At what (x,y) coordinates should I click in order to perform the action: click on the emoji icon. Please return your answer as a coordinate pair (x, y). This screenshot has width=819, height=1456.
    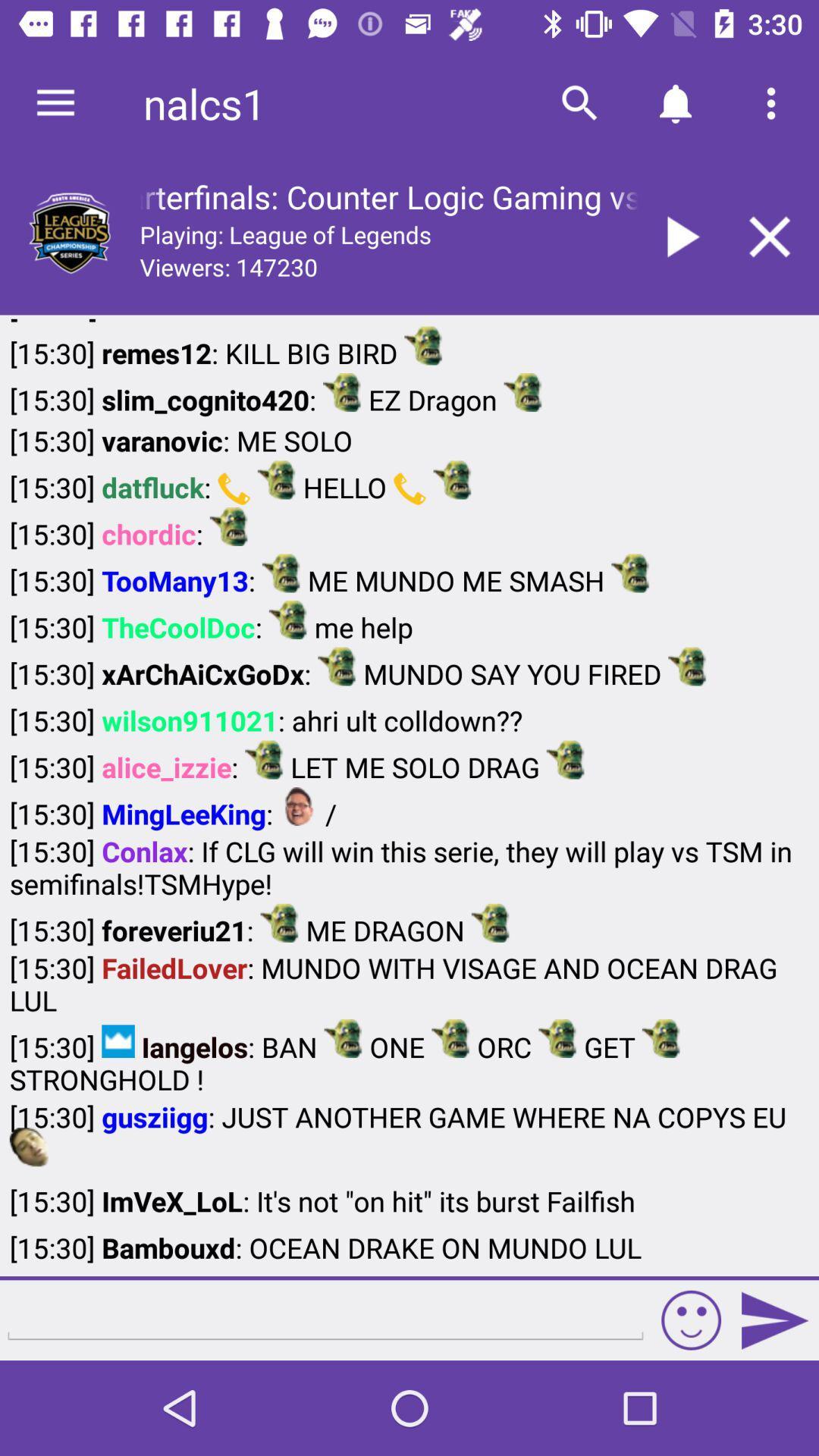
    Looking at the image, I should click on (691, 1319).